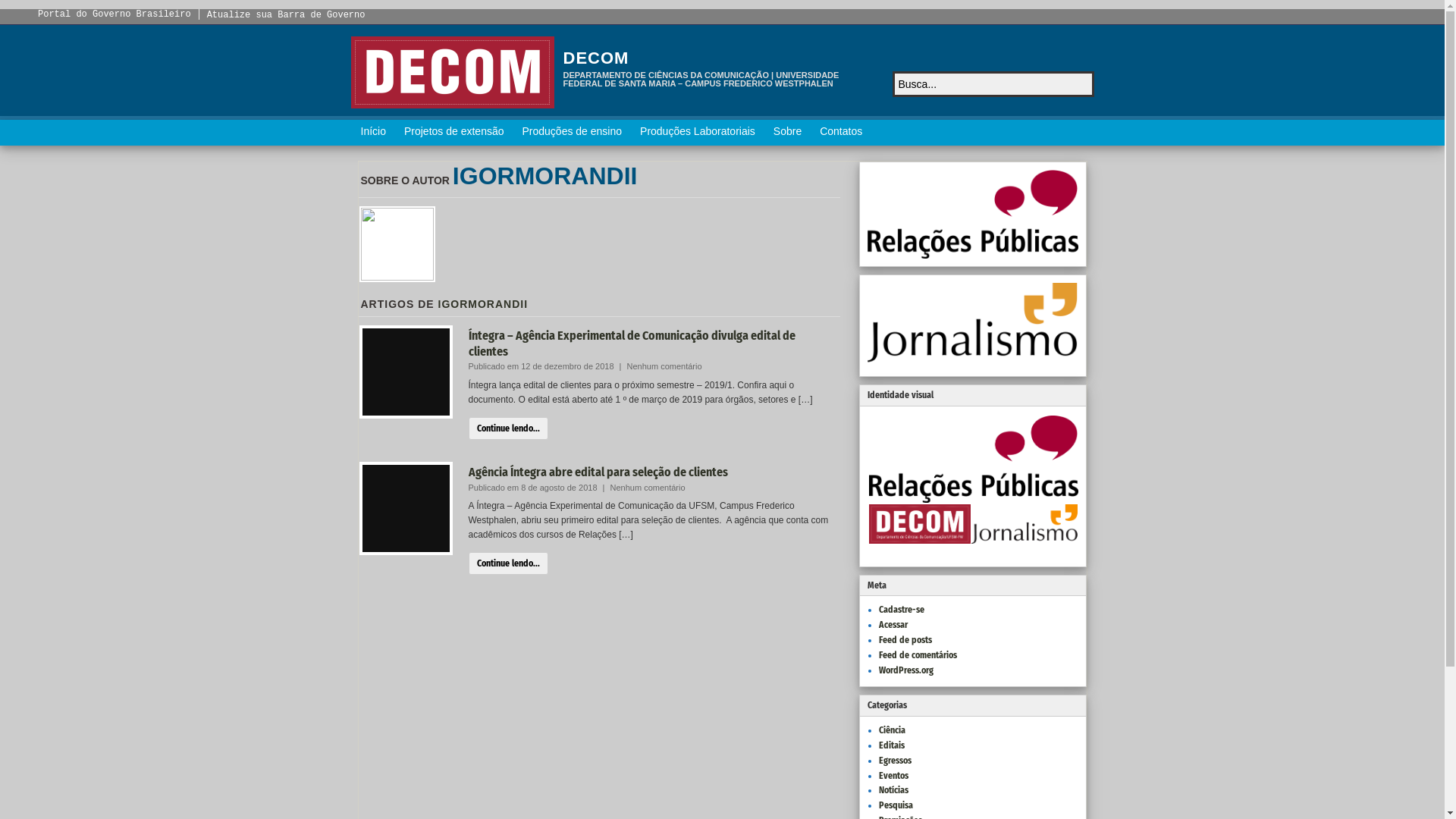 This screenshot has width=1456, height=819. I want to click on 'Universidade Federal de Santa Maria', so click(450, 72).